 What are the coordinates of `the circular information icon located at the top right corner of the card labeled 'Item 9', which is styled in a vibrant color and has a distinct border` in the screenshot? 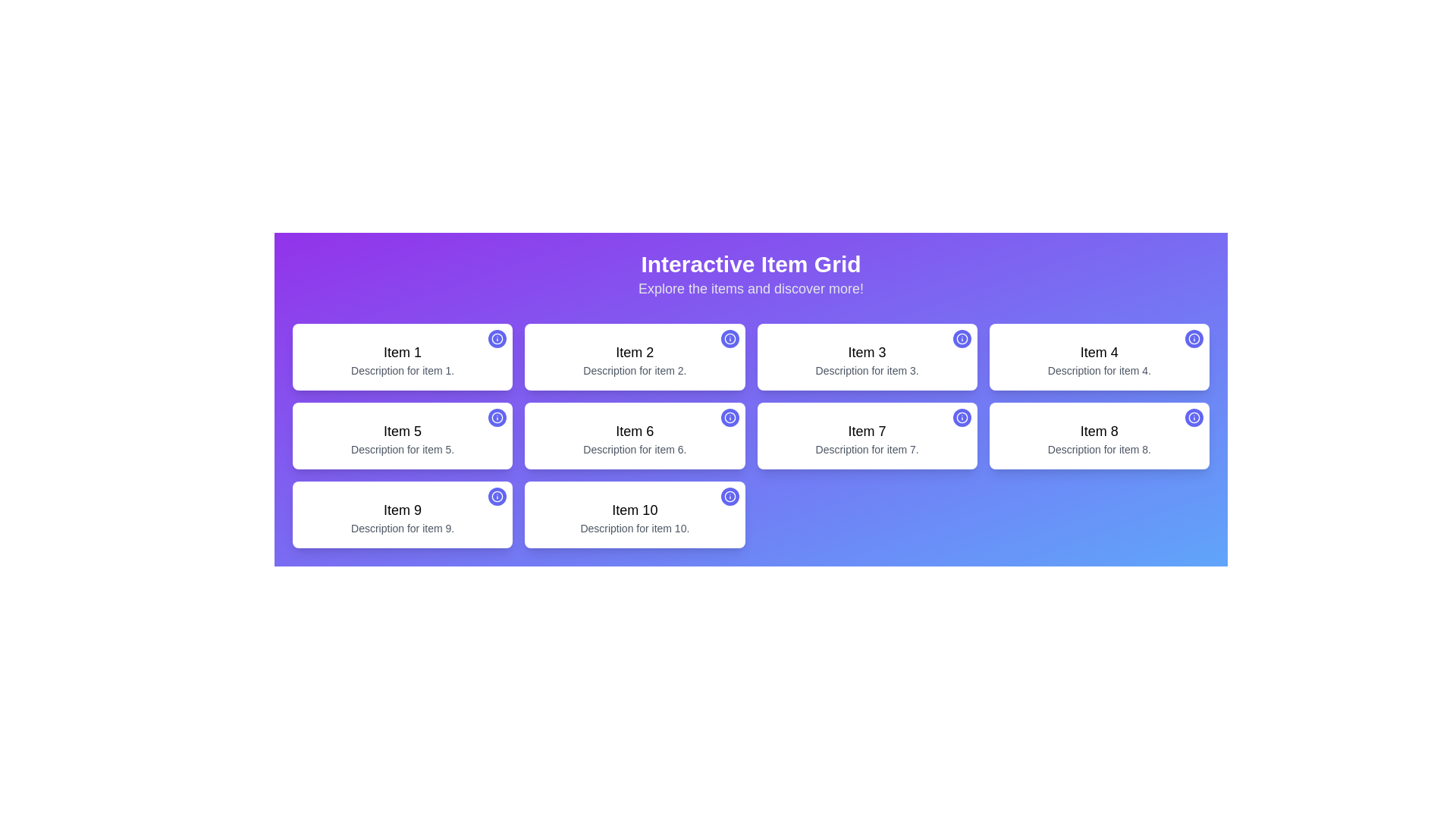 It's located at (497, 497).